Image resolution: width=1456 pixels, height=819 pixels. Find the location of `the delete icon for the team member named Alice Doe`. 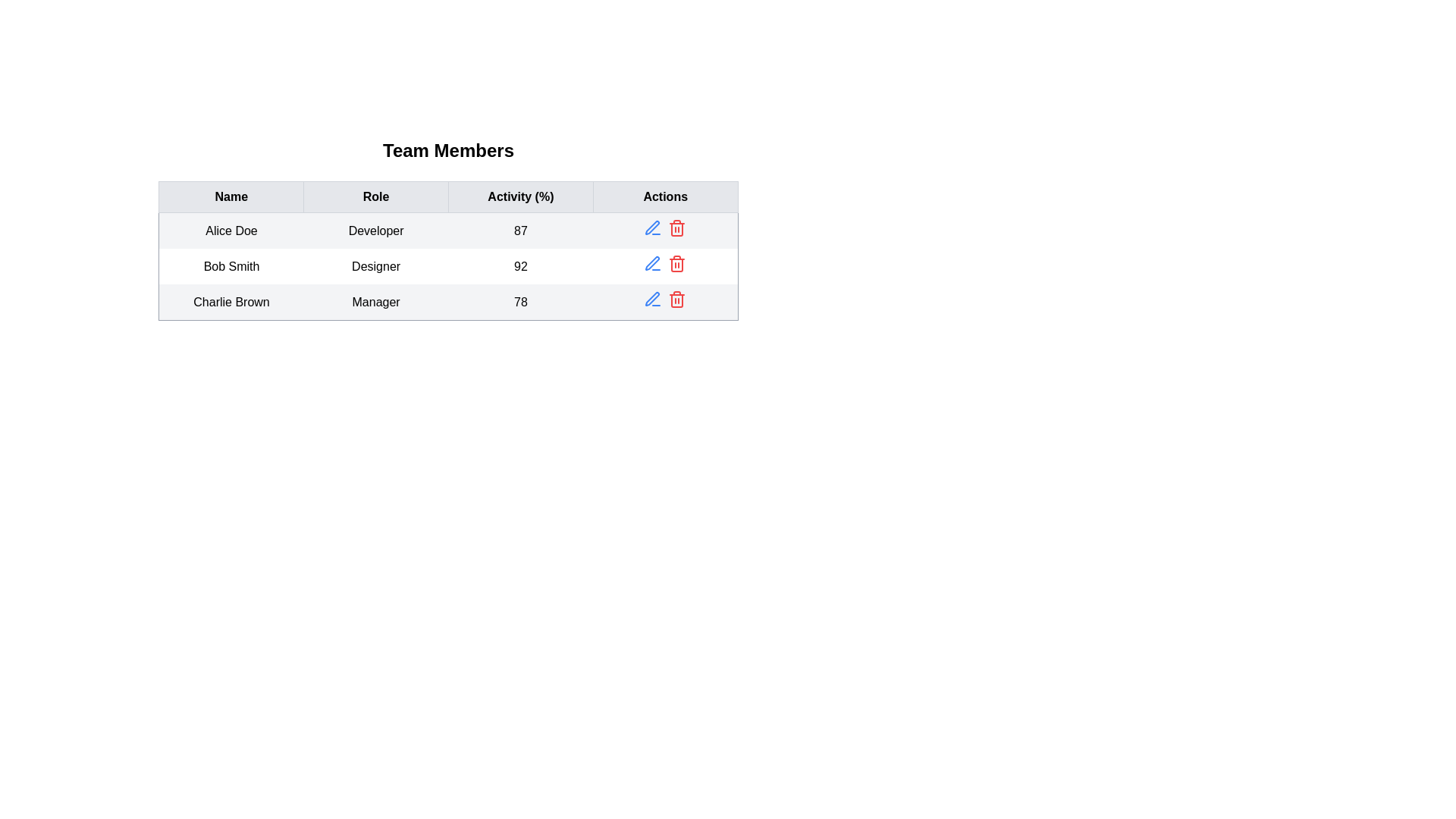

the delete icon for the team member named Alice Doe is located at coordinates (676, 227).